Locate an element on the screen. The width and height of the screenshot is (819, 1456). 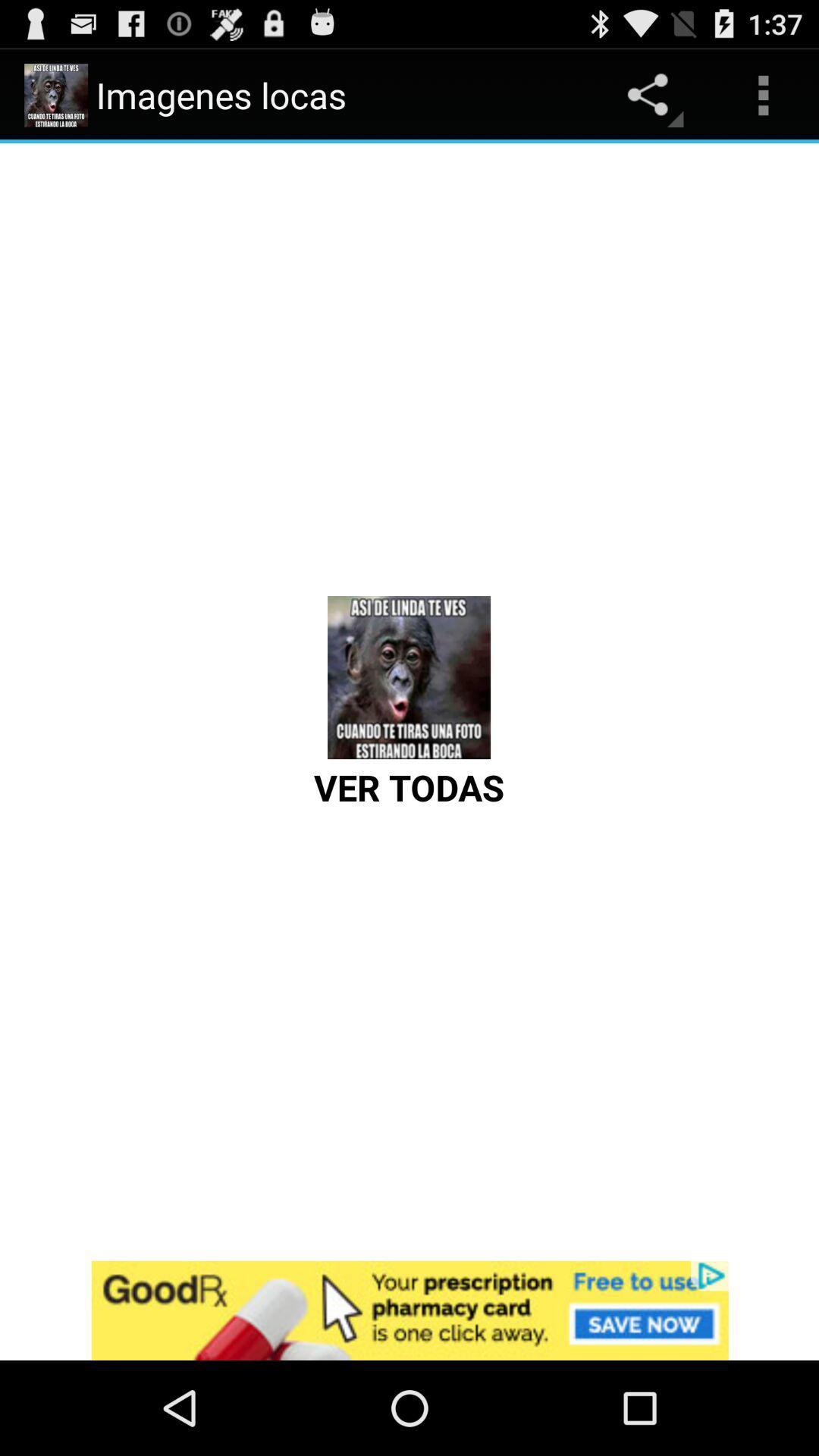
the addvertisement is located at coordinates (409, 1310).